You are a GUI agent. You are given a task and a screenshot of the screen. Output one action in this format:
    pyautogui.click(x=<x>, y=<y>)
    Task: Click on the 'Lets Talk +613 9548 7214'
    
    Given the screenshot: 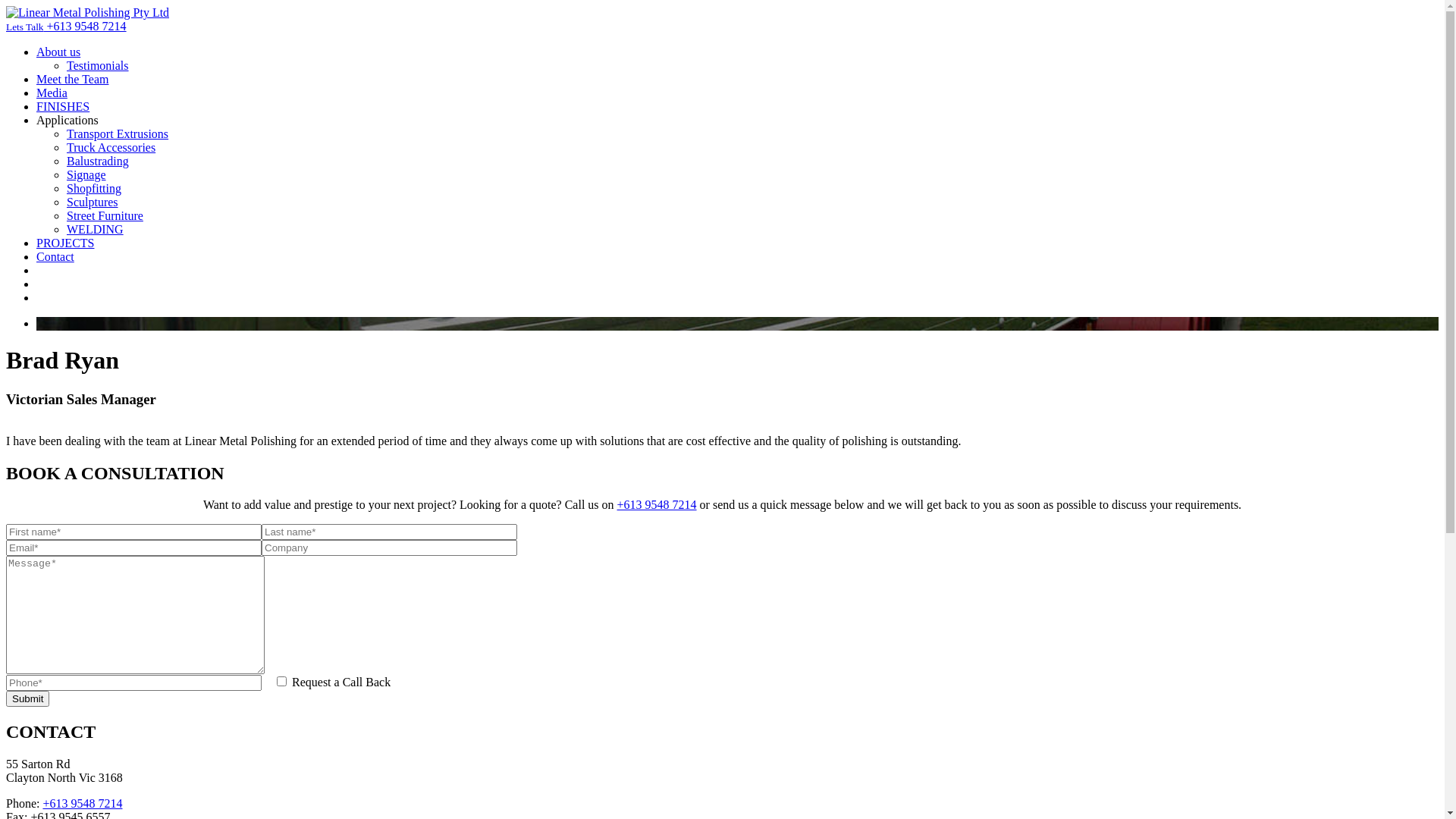 What is the action you would take?
    pyautogui.click(x=6, y=26)
    